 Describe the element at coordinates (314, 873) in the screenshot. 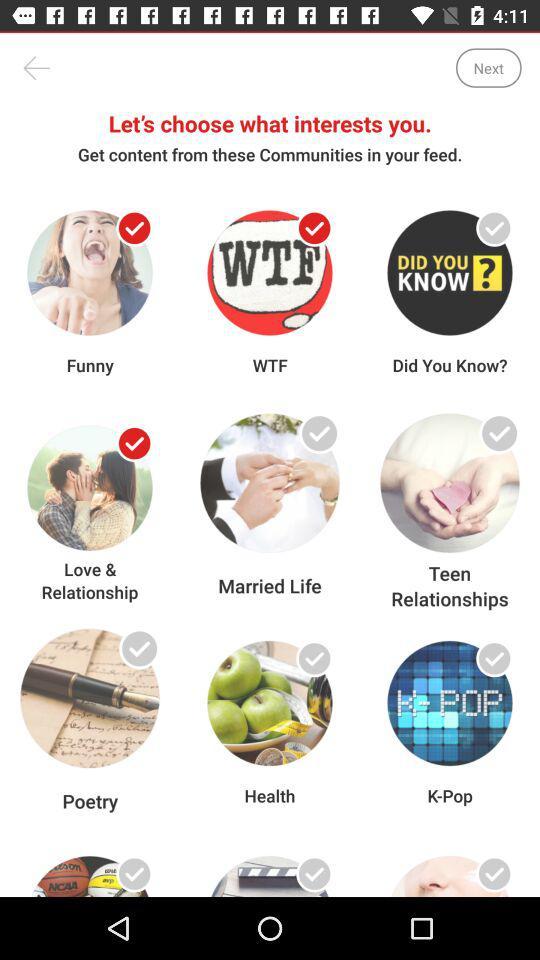

I see `link` at that location.